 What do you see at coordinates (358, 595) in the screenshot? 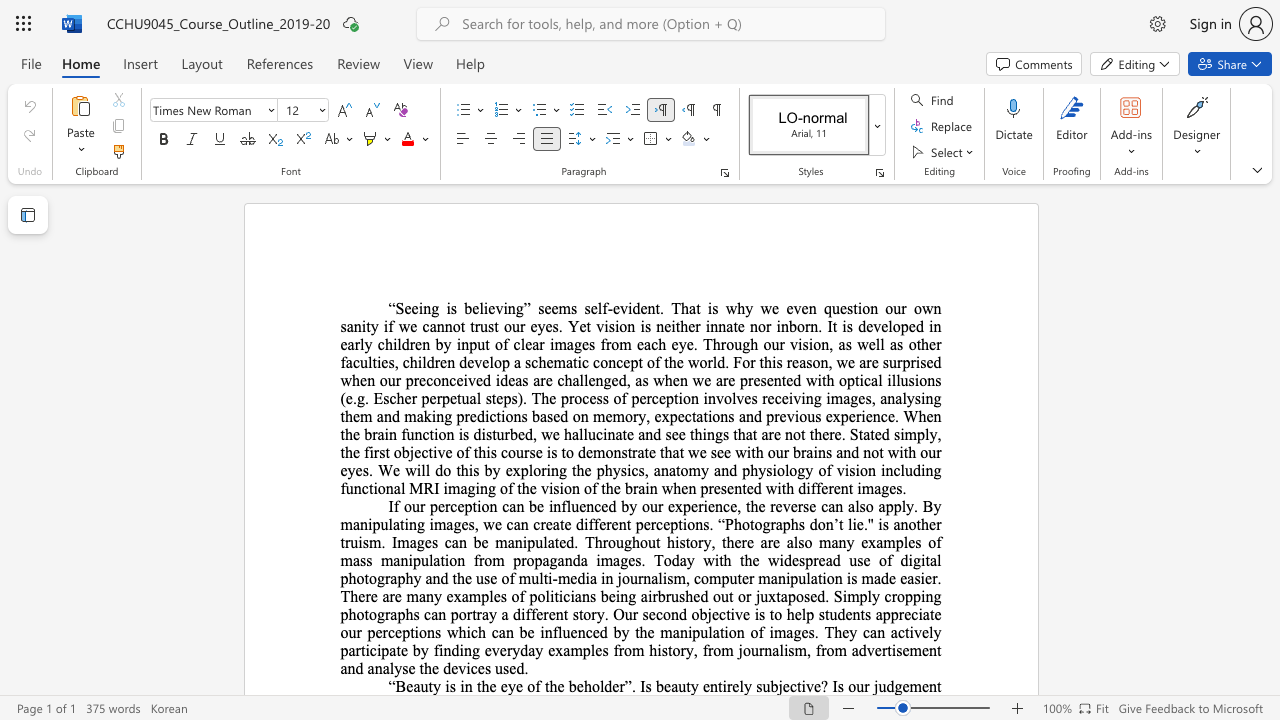
I see `the subset text "ere are many examples of politicians being airbrushed out or juxtaposed. Simply cropping photographs can portray a different story. Our second objective is to help students appreciate our perceptions which can be" within the text "If our perception can be influenced by our experience, the reverse can also apply. By manipulating images, we can create different perceptions. “Photographs don’t lie."` at bounding box center [358, 595].